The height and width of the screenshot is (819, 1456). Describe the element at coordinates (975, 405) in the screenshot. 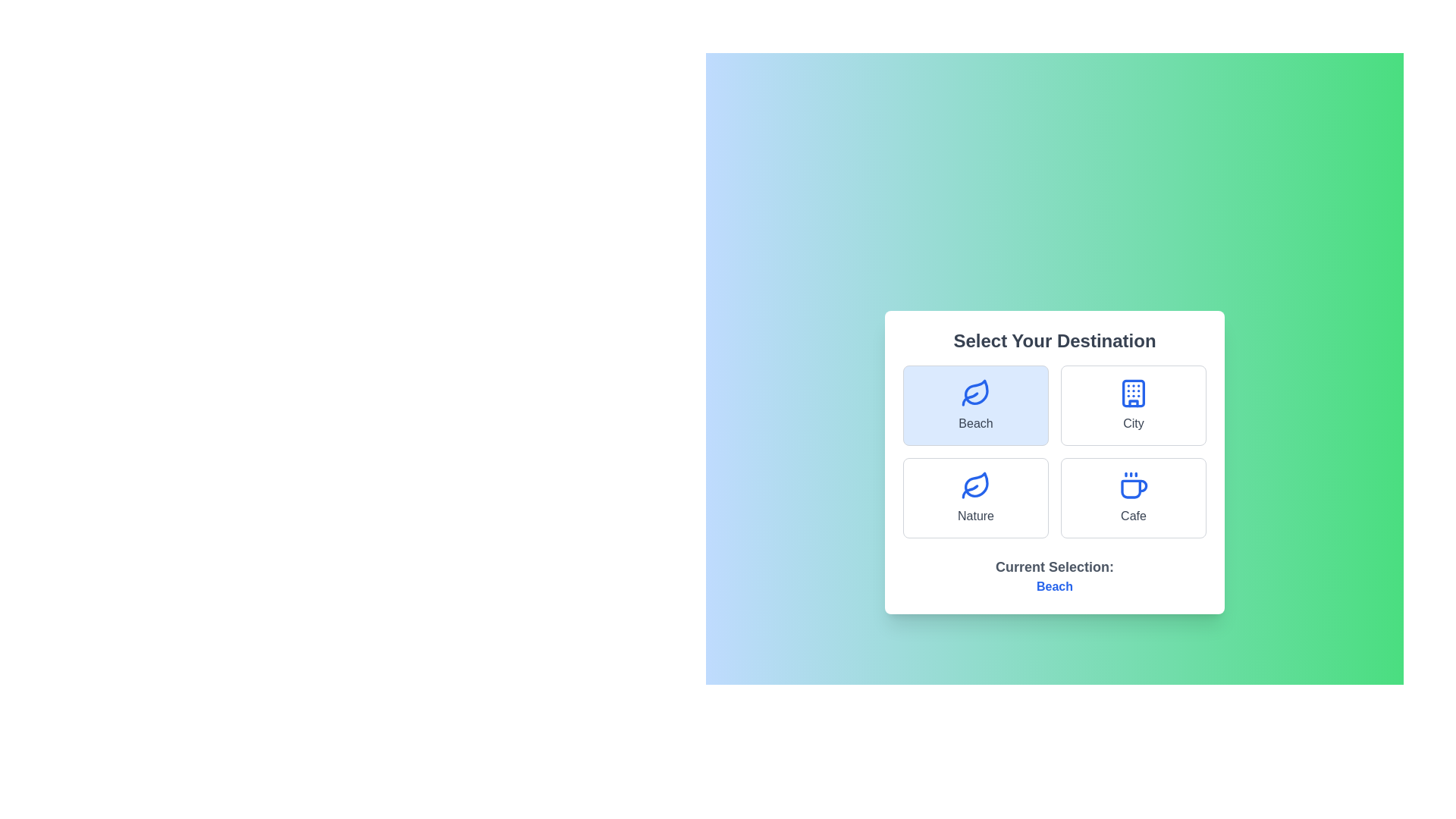

I see `the Beach option to observe the visual feedback` at that location.